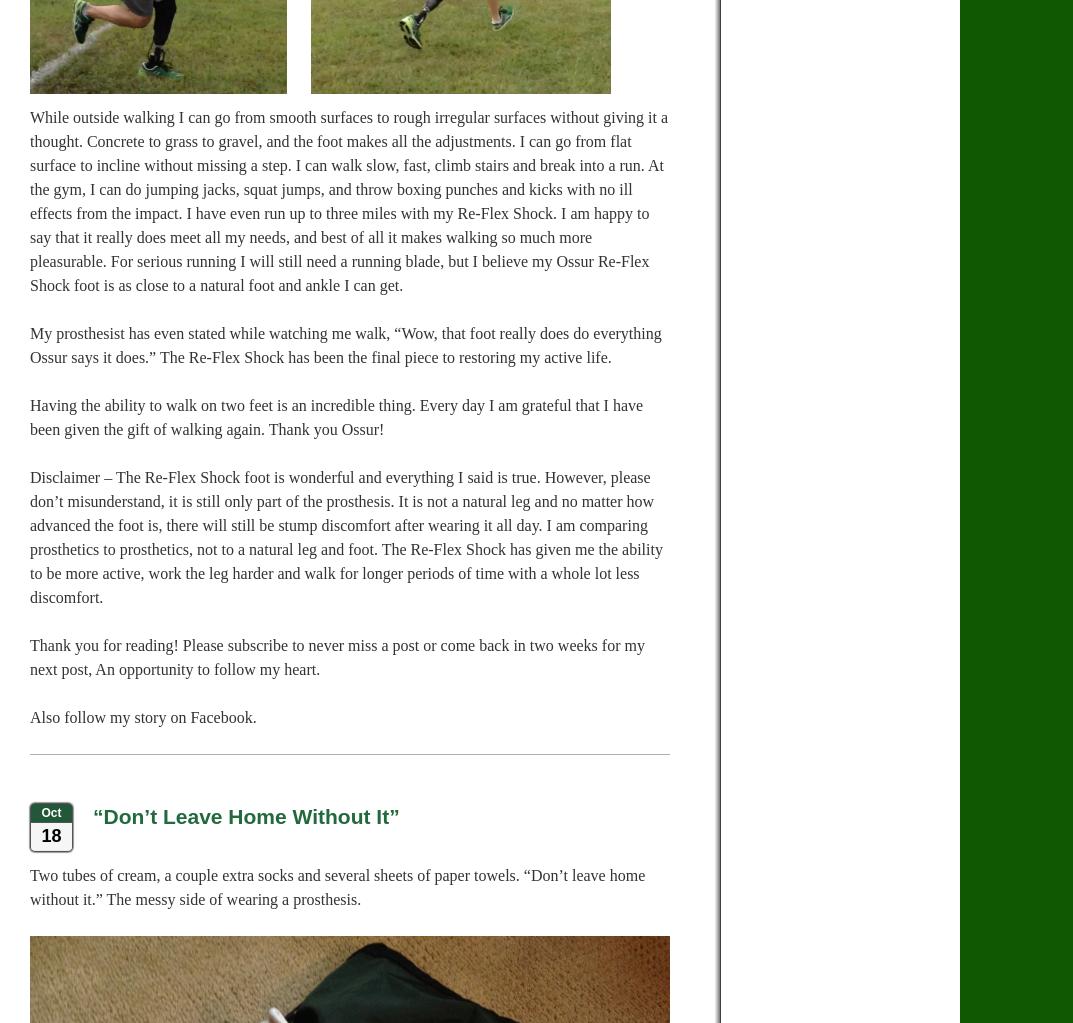  Describe the element at coordinates (337, 657) in the screenshot. I see `'Thank you for reading! Please subscribe to never miss a post or come back in two weeks for my next post, An opportunity to follow my heart.'` at that location.